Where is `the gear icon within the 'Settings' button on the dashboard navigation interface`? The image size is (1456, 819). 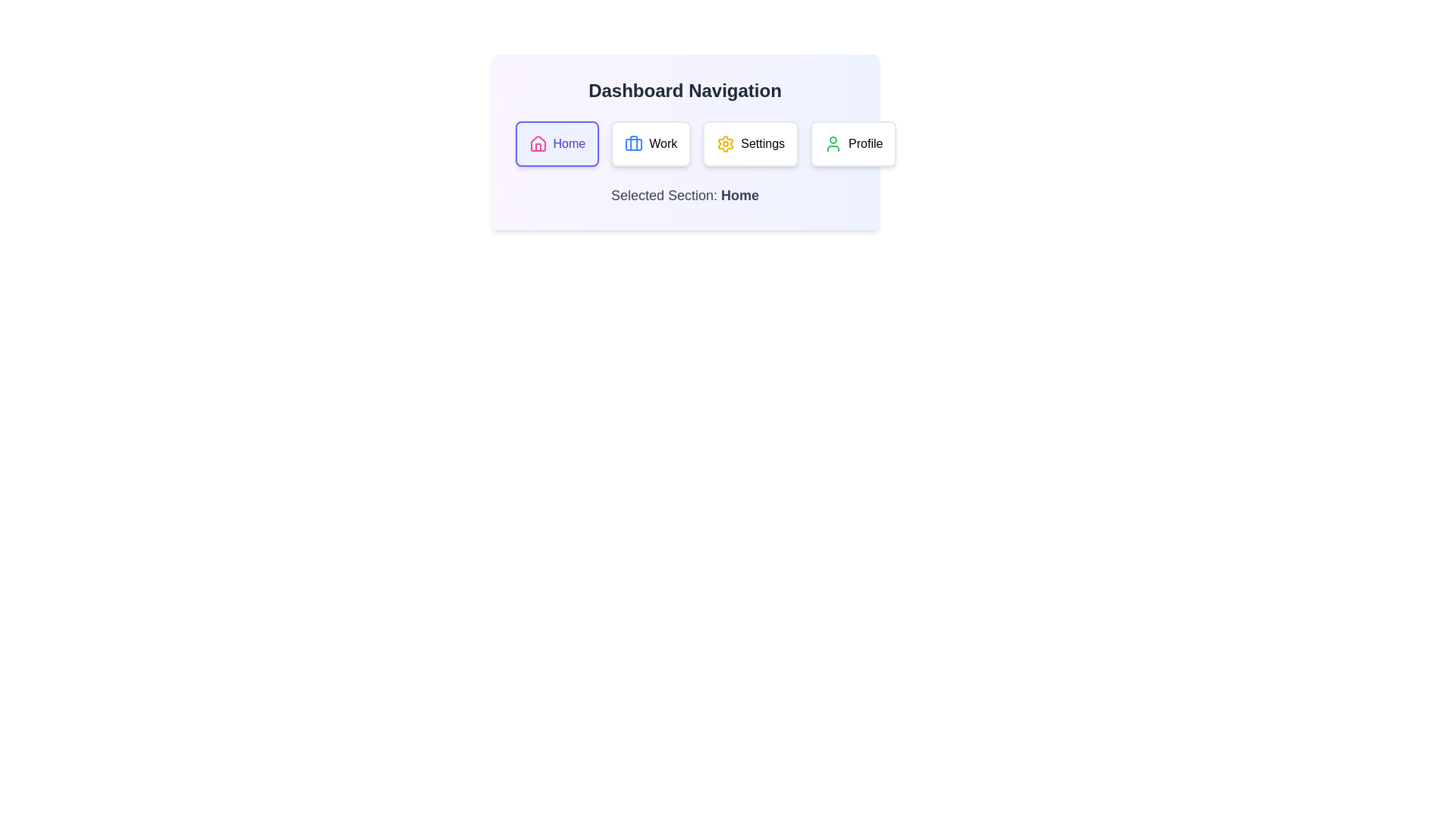 the gear icon within the 'Settings' button on the dashboard navigation interface is located at coordinates (725, 143).